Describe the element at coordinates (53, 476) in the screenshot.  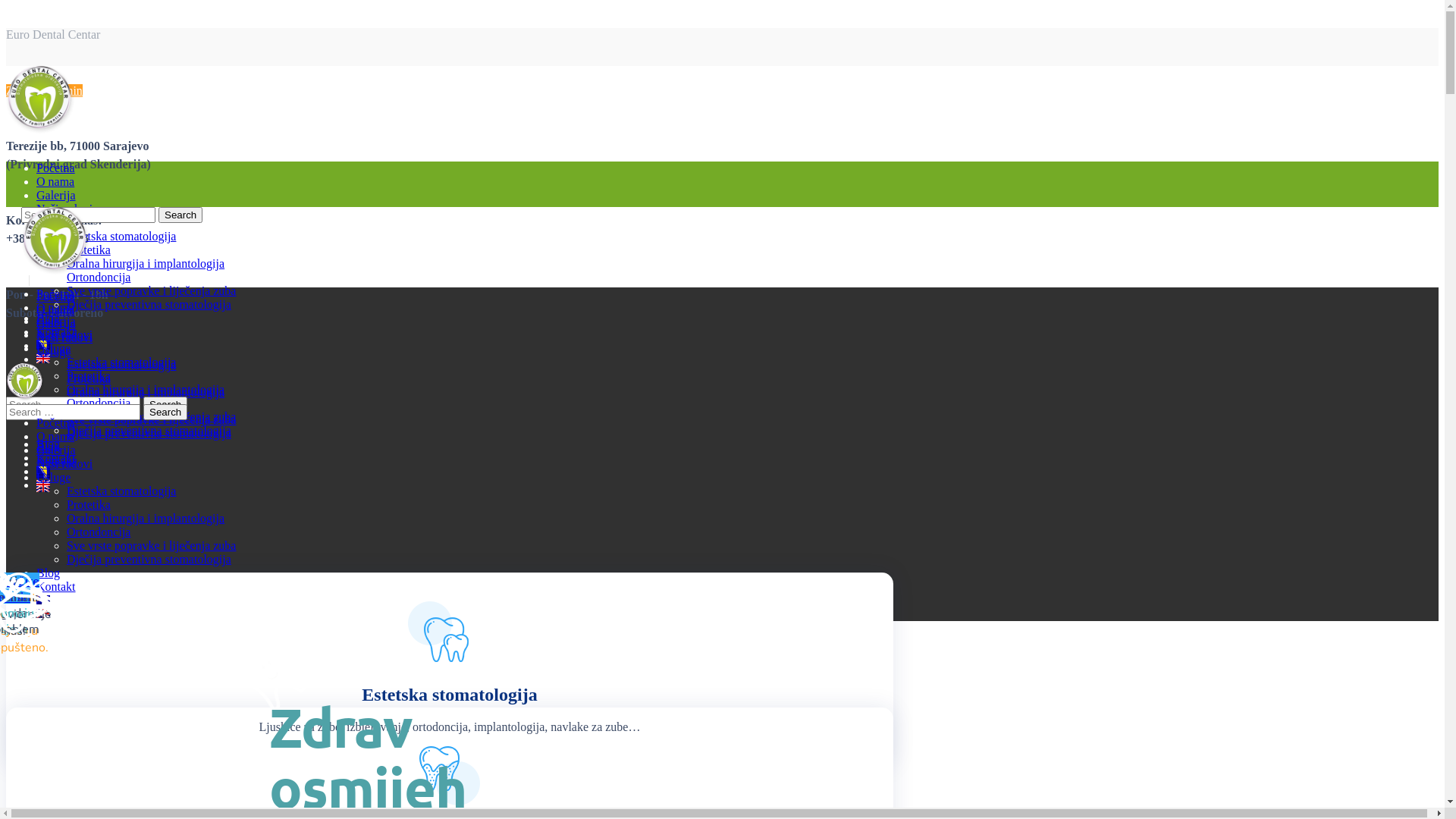
I see `'Usluge'` at that location.